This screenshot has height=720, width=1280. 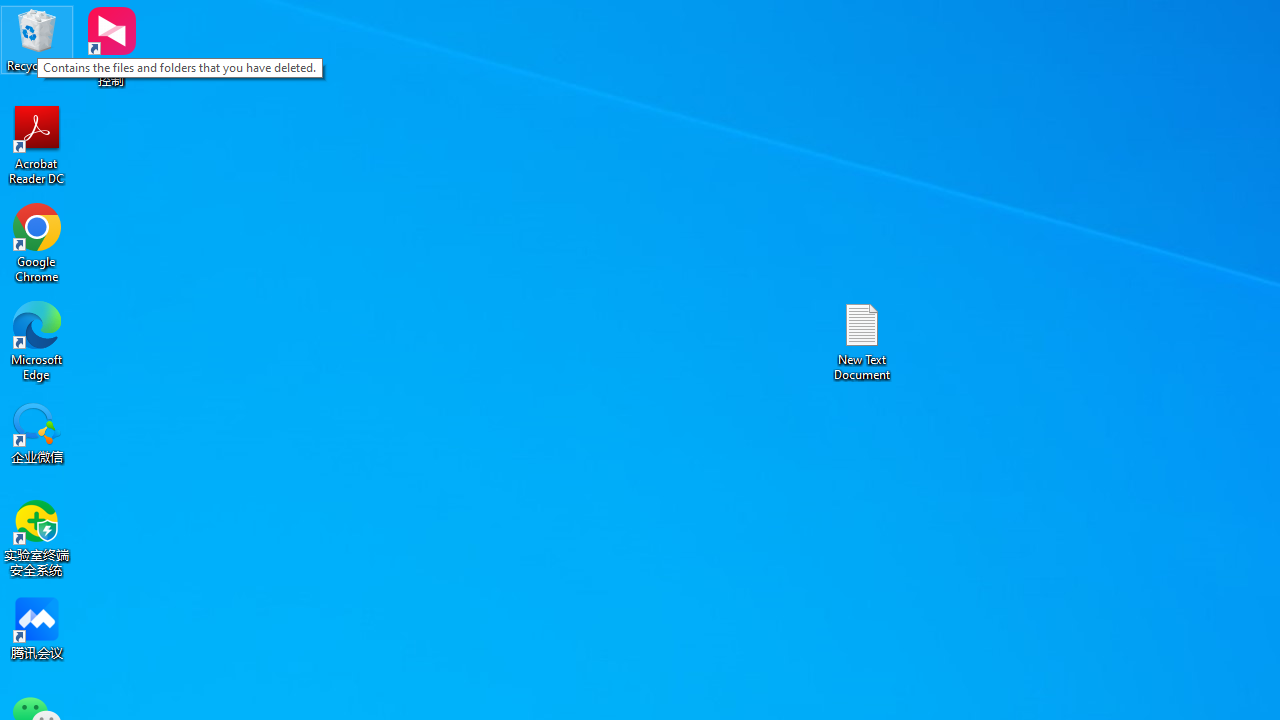 I want to click on 'New Text Document', so click(x=862, y=340).